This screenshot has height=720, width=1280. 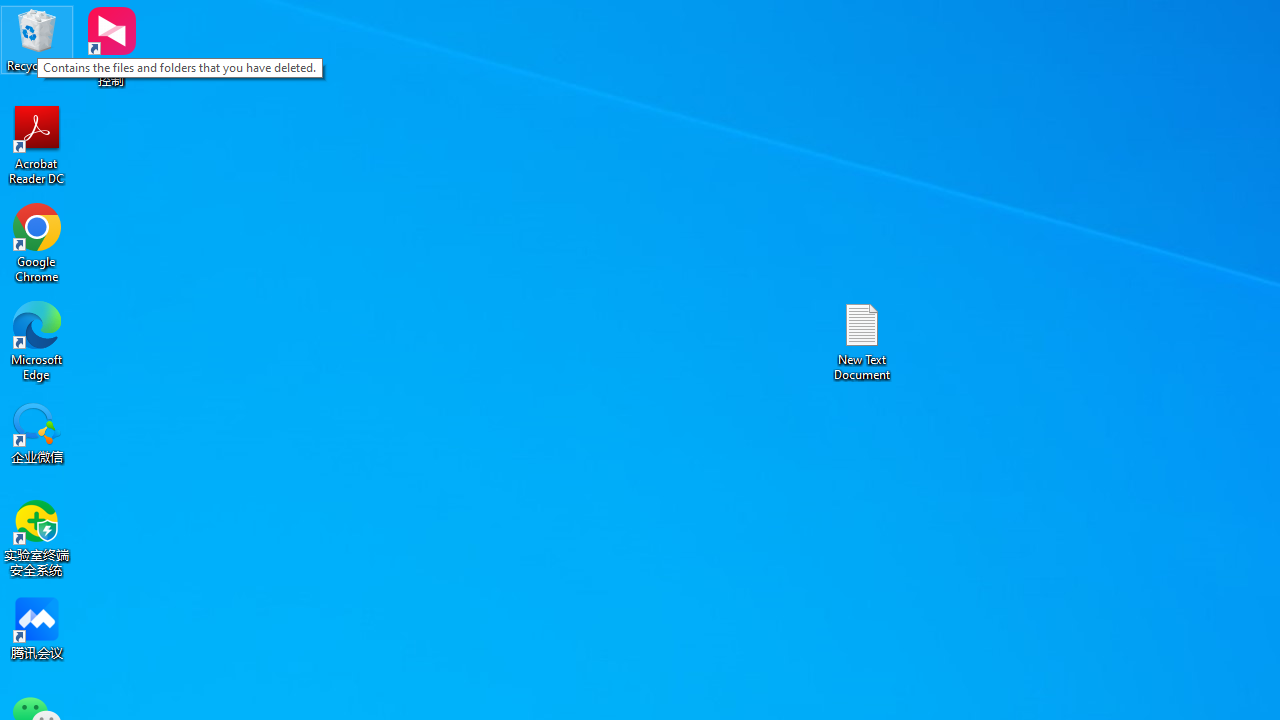 I want to click on 'New Text Document', so click(x=862, y=340).